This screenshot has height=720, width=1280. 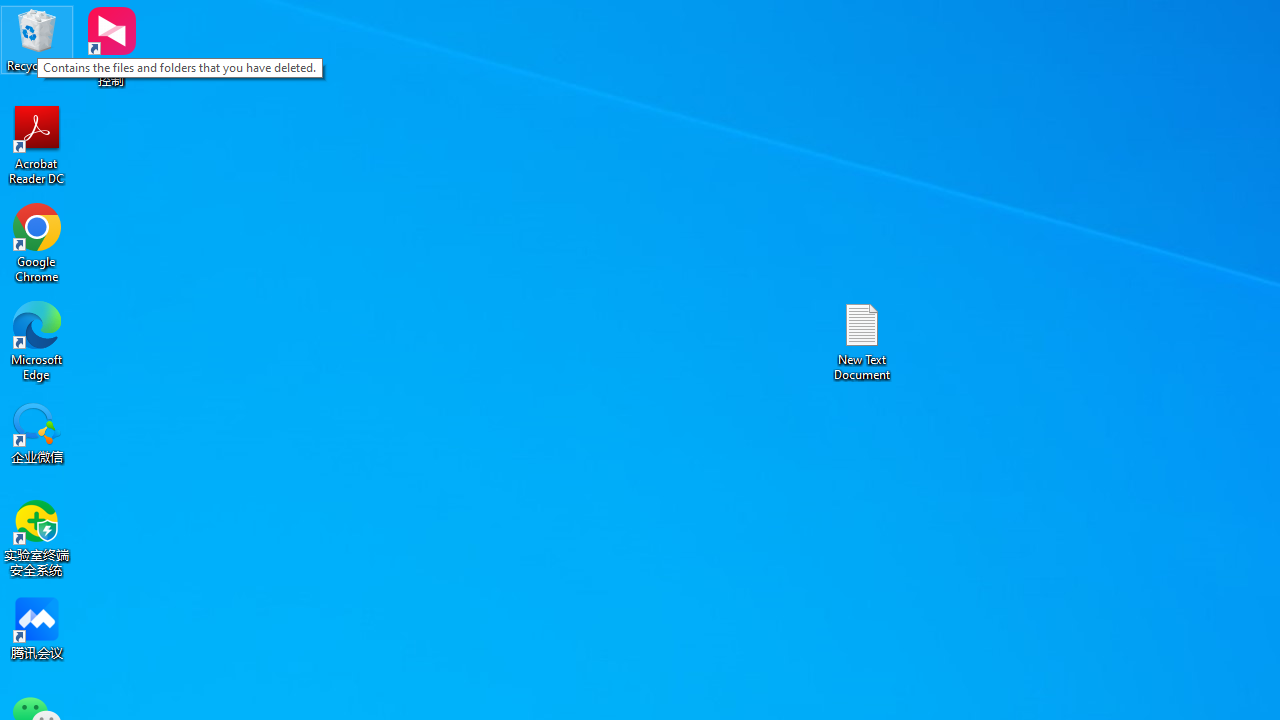 I want to click on 'New Text Document', so click(x=862, y=340).